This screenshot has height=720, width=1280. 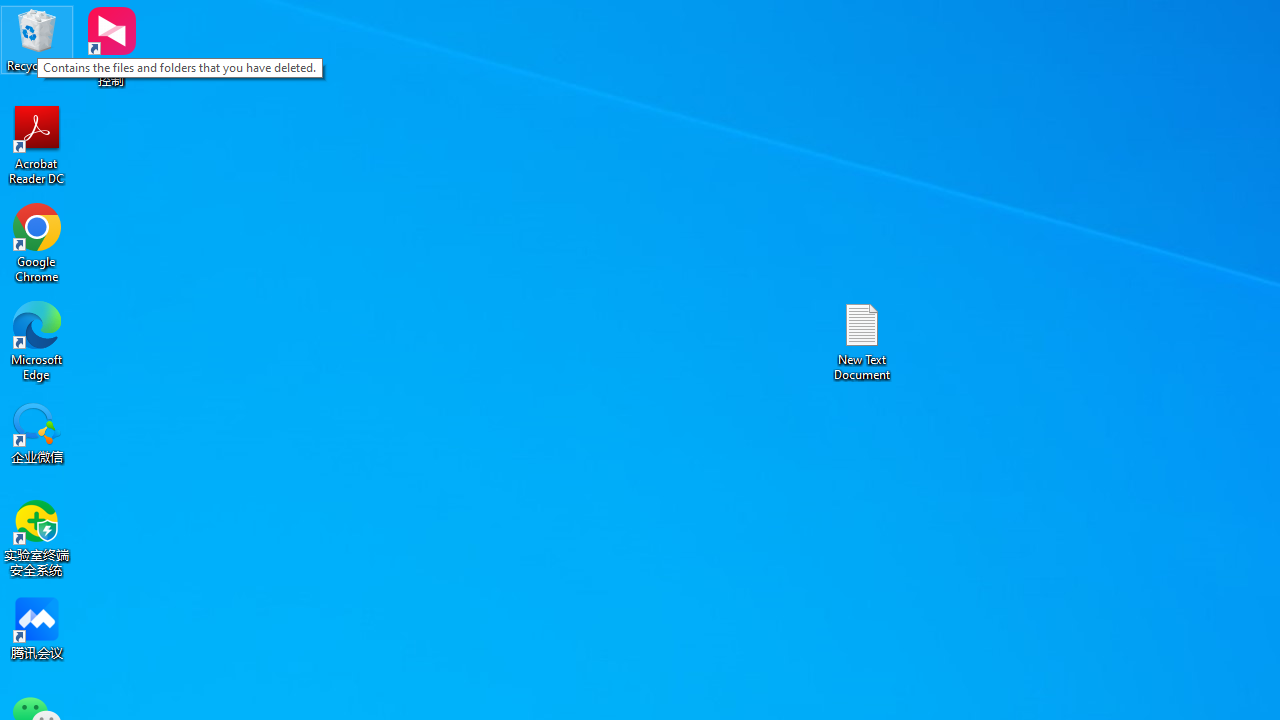 I want to click on 'New Text Document', so click(x=862, y=340).